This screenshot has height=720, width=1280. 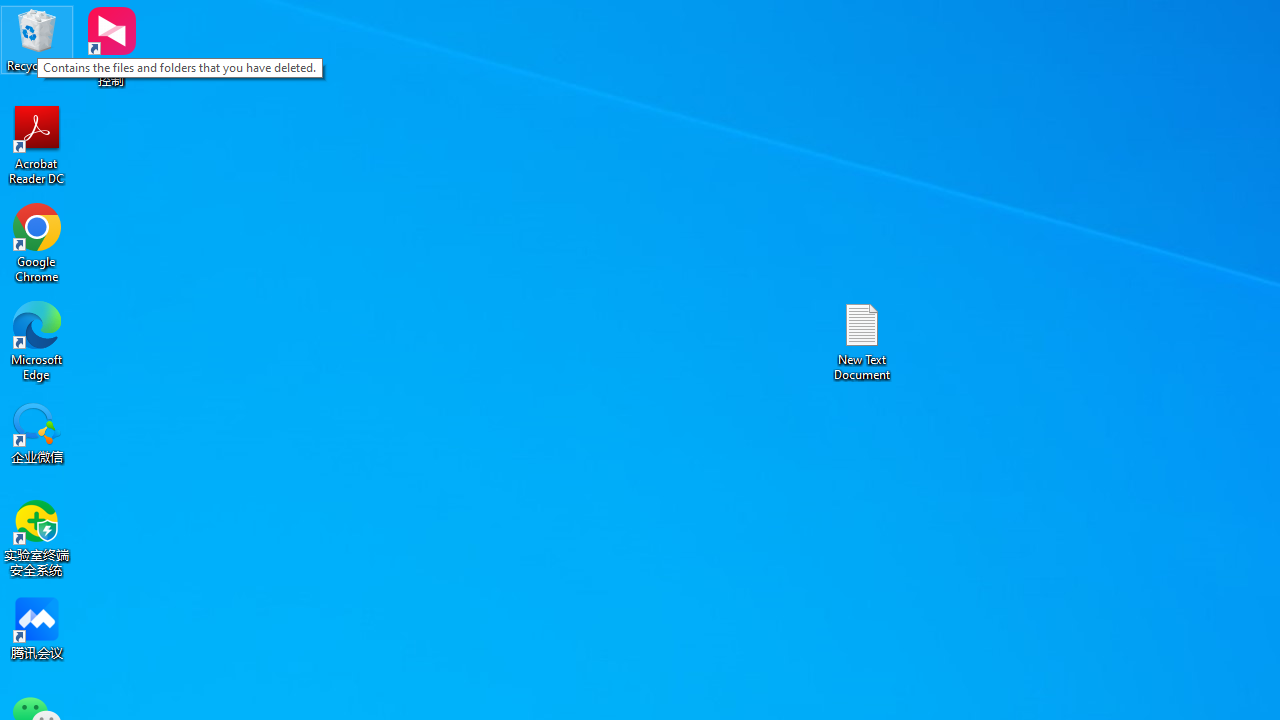 I want to click on 'New Text Document', so click(x=862, y=340).